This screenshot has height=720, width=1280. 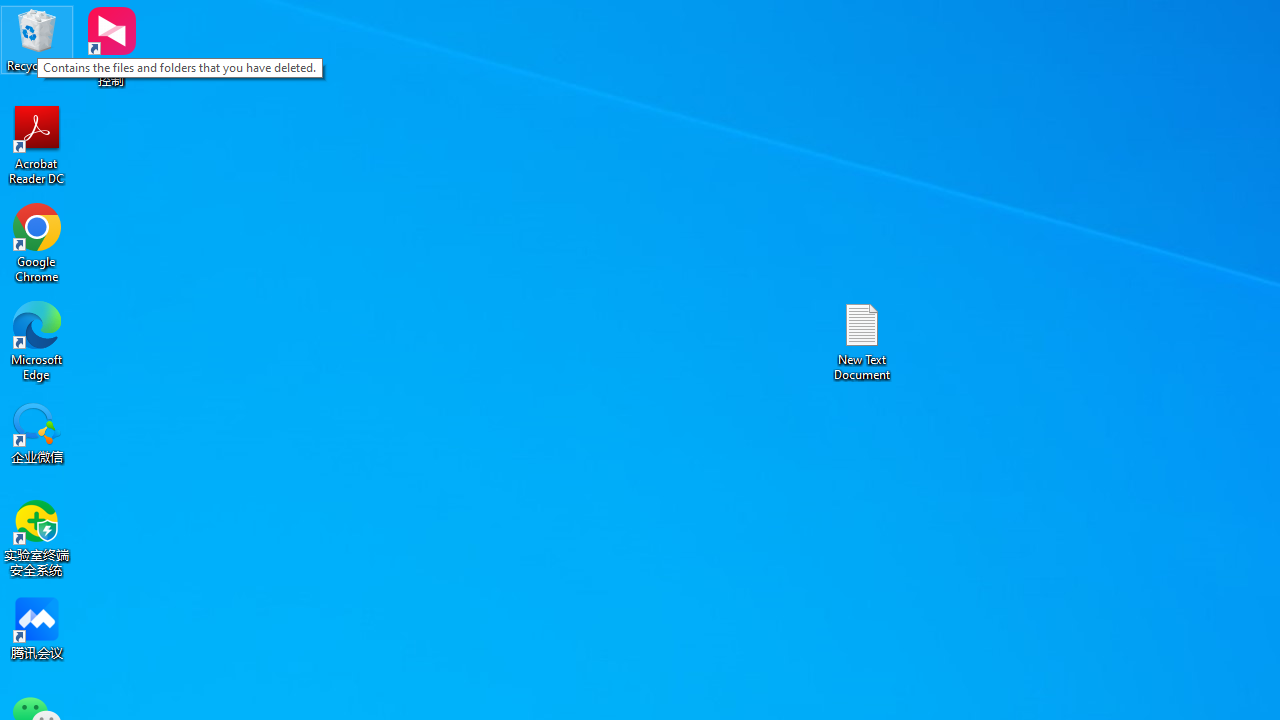 I want to click on 'New Text Document', so click(x=862, y=340).